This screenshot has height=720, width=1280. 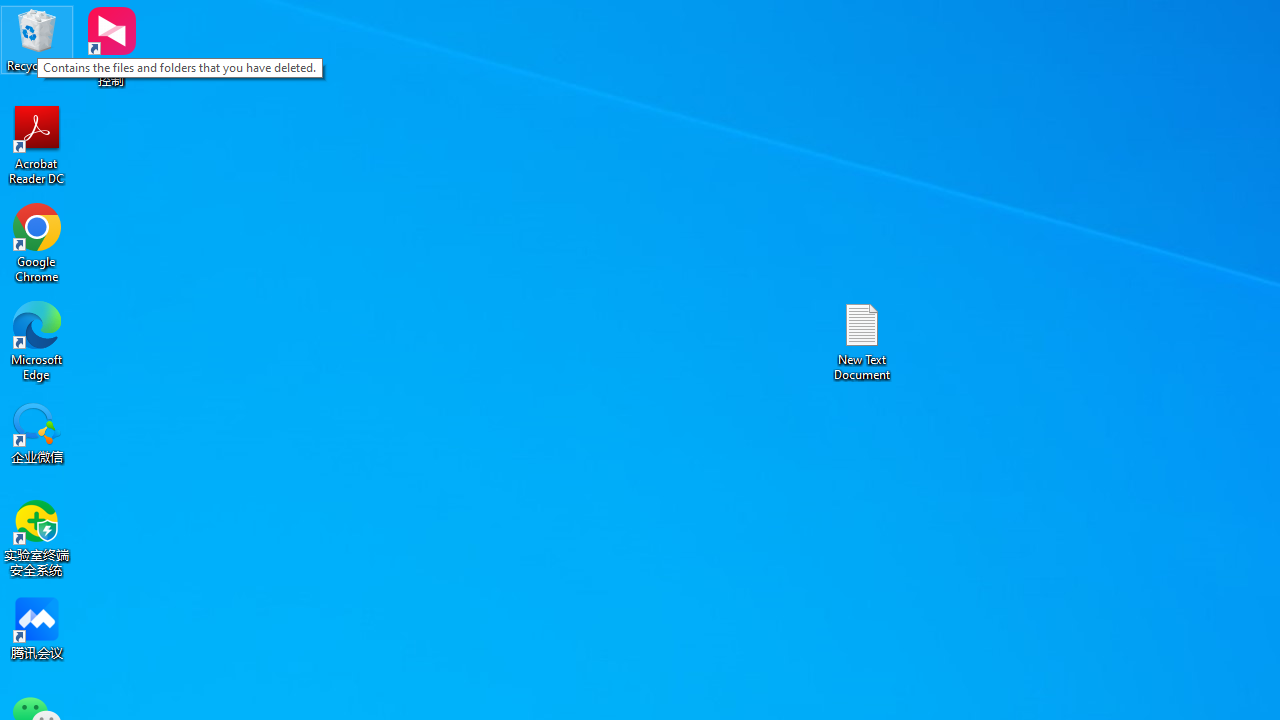 I want to click on 'New Text Document', so click(x=862, y=340).